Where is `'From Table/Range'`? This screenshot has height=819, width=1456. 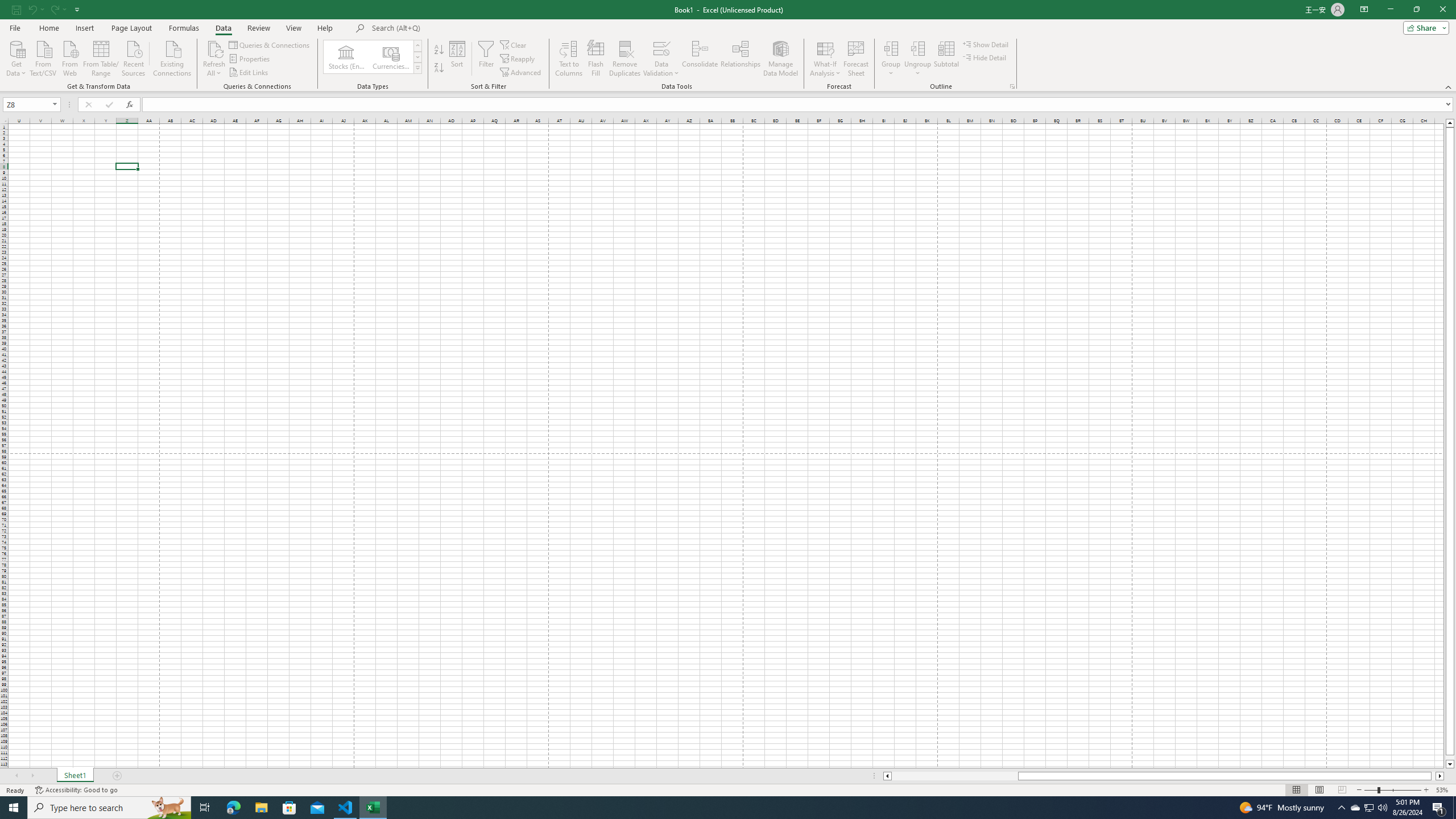
'From Table/Range' is located at coordinates (100, 57).